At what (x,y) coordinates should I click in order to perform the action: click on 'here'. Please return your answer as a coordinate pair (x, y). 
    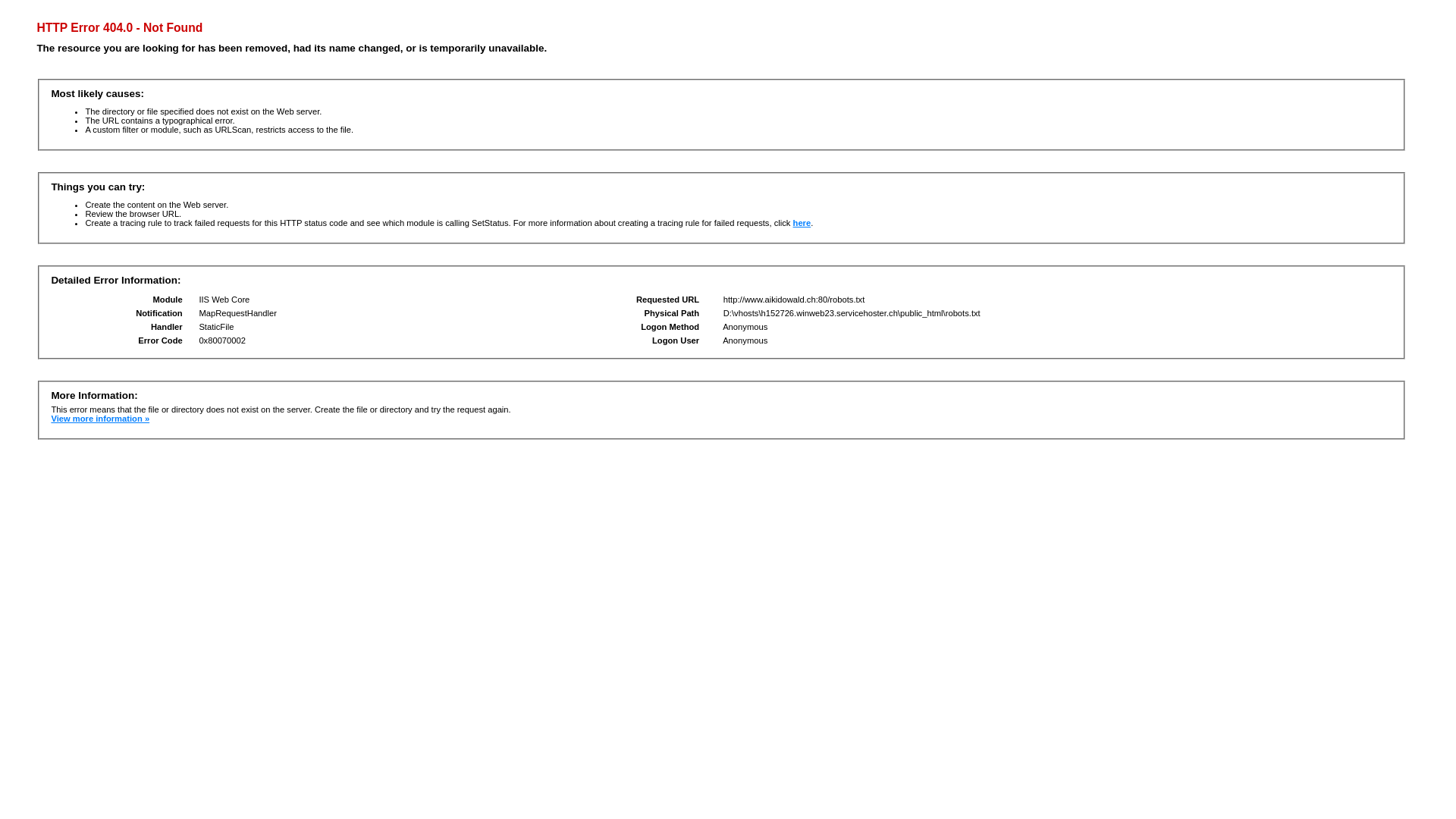
    Looking at the image, I should click on (801, 222).